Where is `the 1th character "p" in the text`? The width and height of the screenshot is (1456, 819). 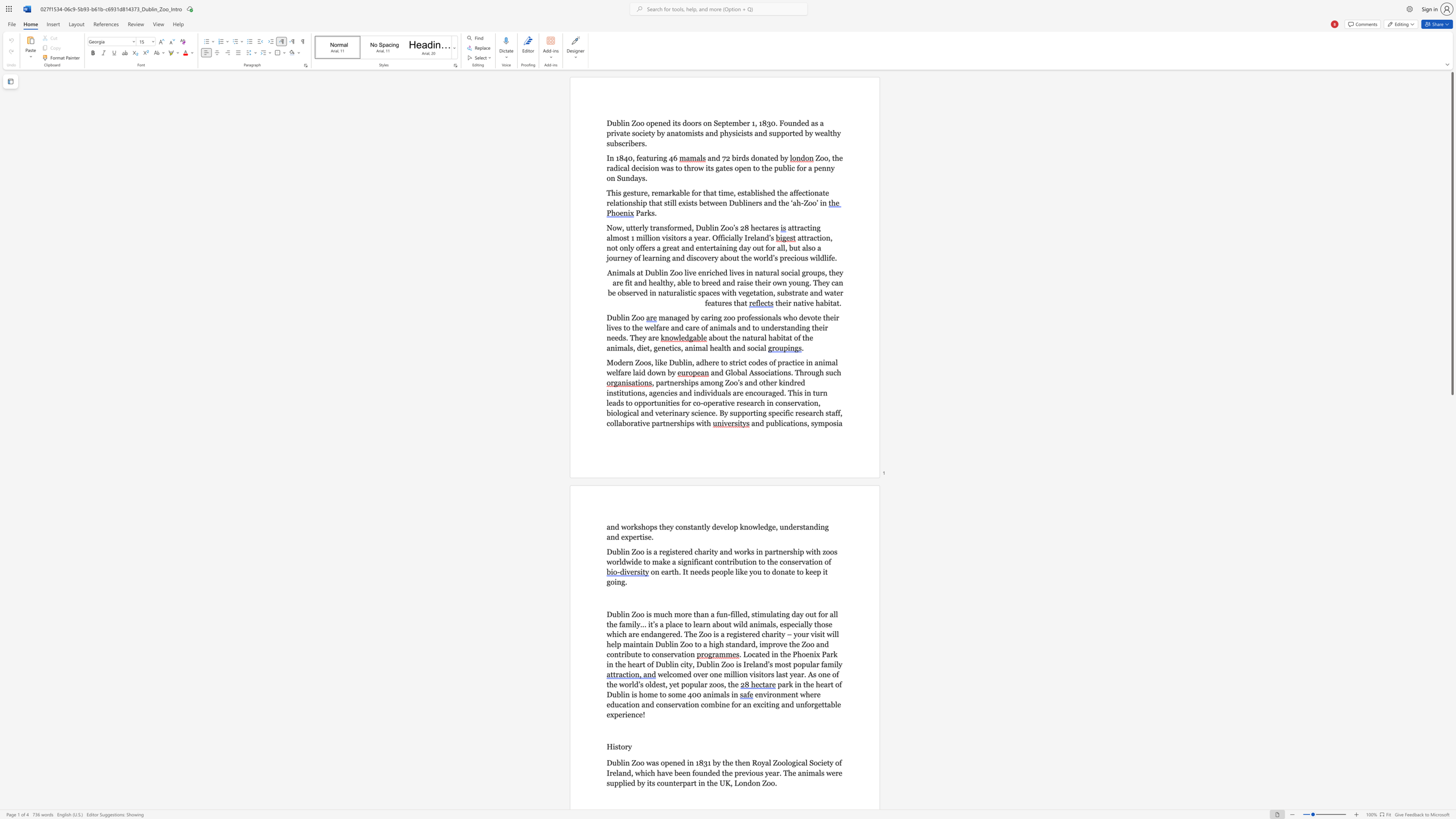 the 1th character "p" in the text is located at coordinates (735, 527).